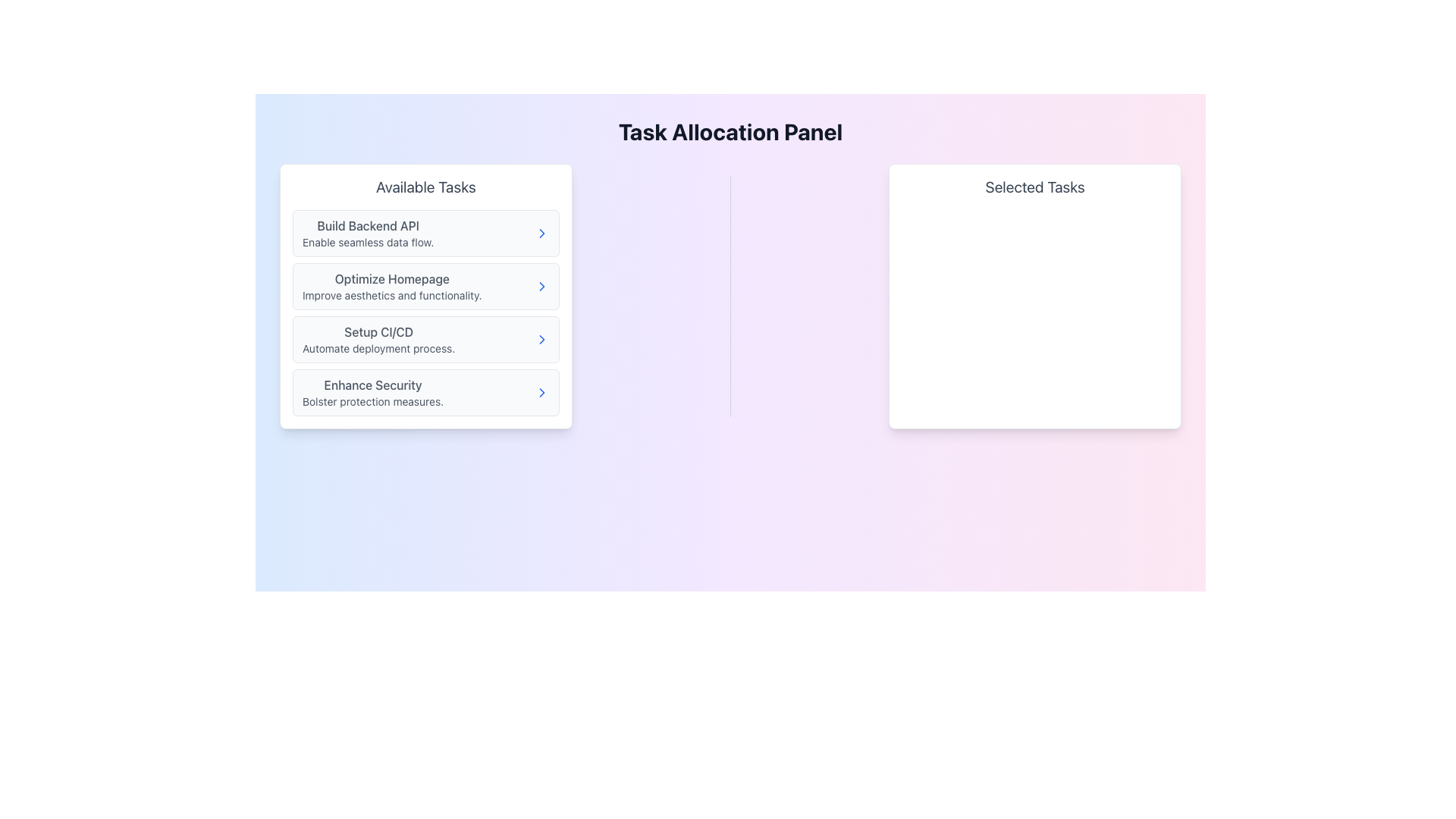 This screenshot has width=1456, height=819. What do you see at coordinates (730, 296) in the screenshot?
I see `the decorative Divider that visually separates the 'Available Tasks' panel on the left and the 'Selected Tasks' panel on the right` at bounding box center [730, 296].